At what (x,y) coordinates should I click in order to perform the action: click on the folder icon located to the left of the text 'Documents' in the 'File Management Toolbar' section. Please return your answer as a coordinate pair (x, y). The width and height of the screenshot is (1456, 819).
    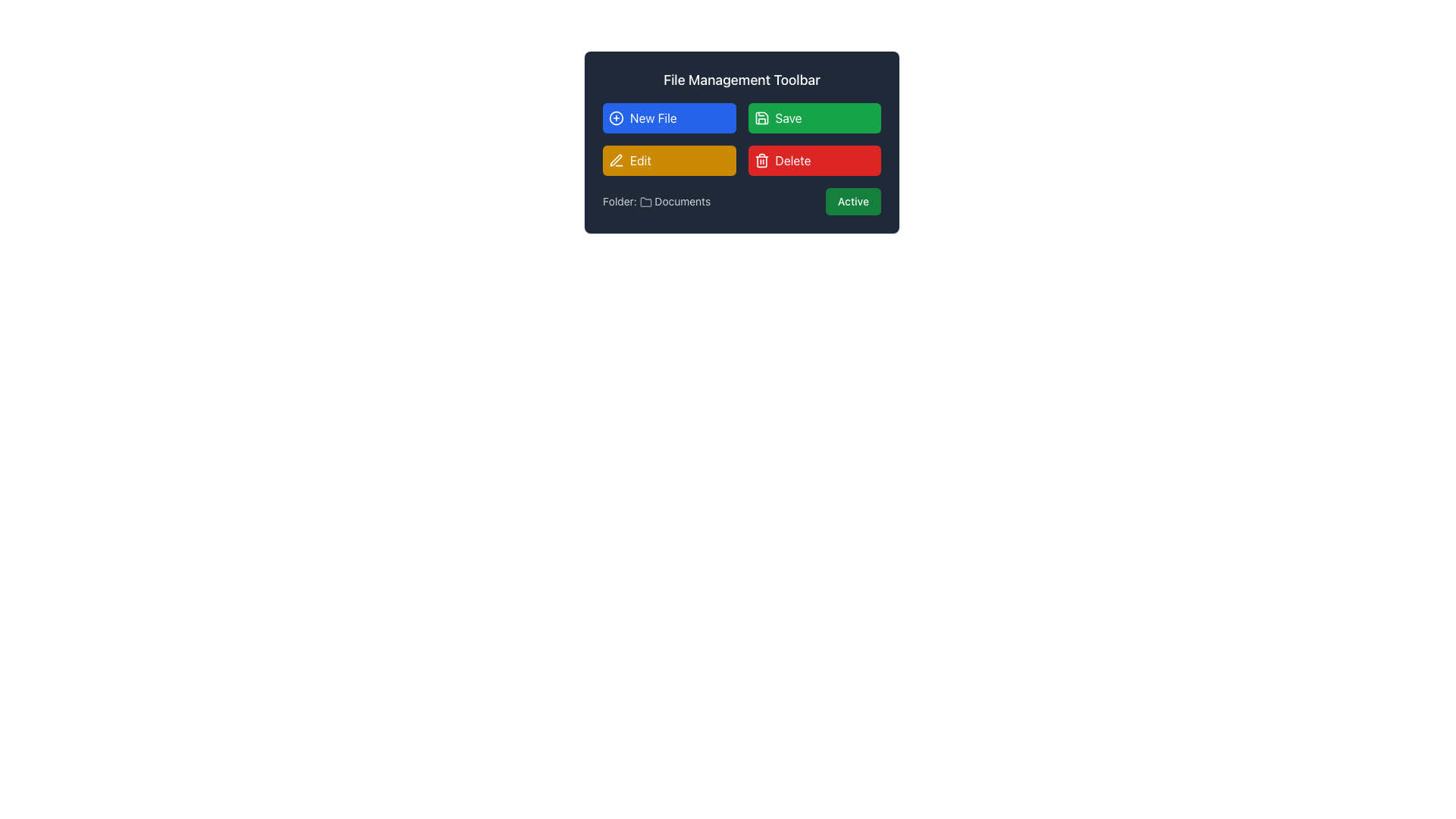
    Looking at the image, I should click on (645, 201).